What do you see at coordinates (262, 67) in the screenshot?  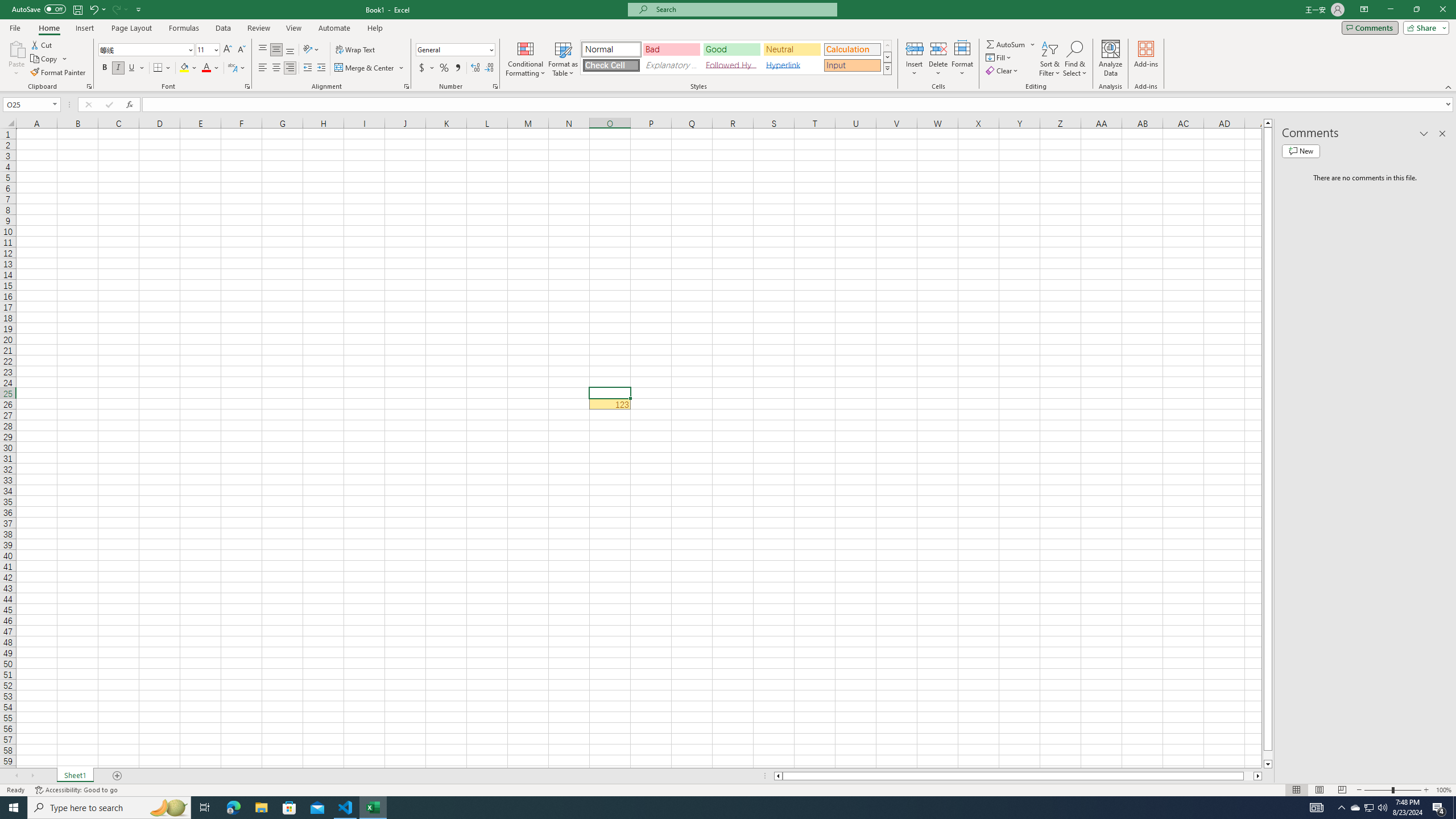 I see `'Align Left'` at bounding box center [262, 67].